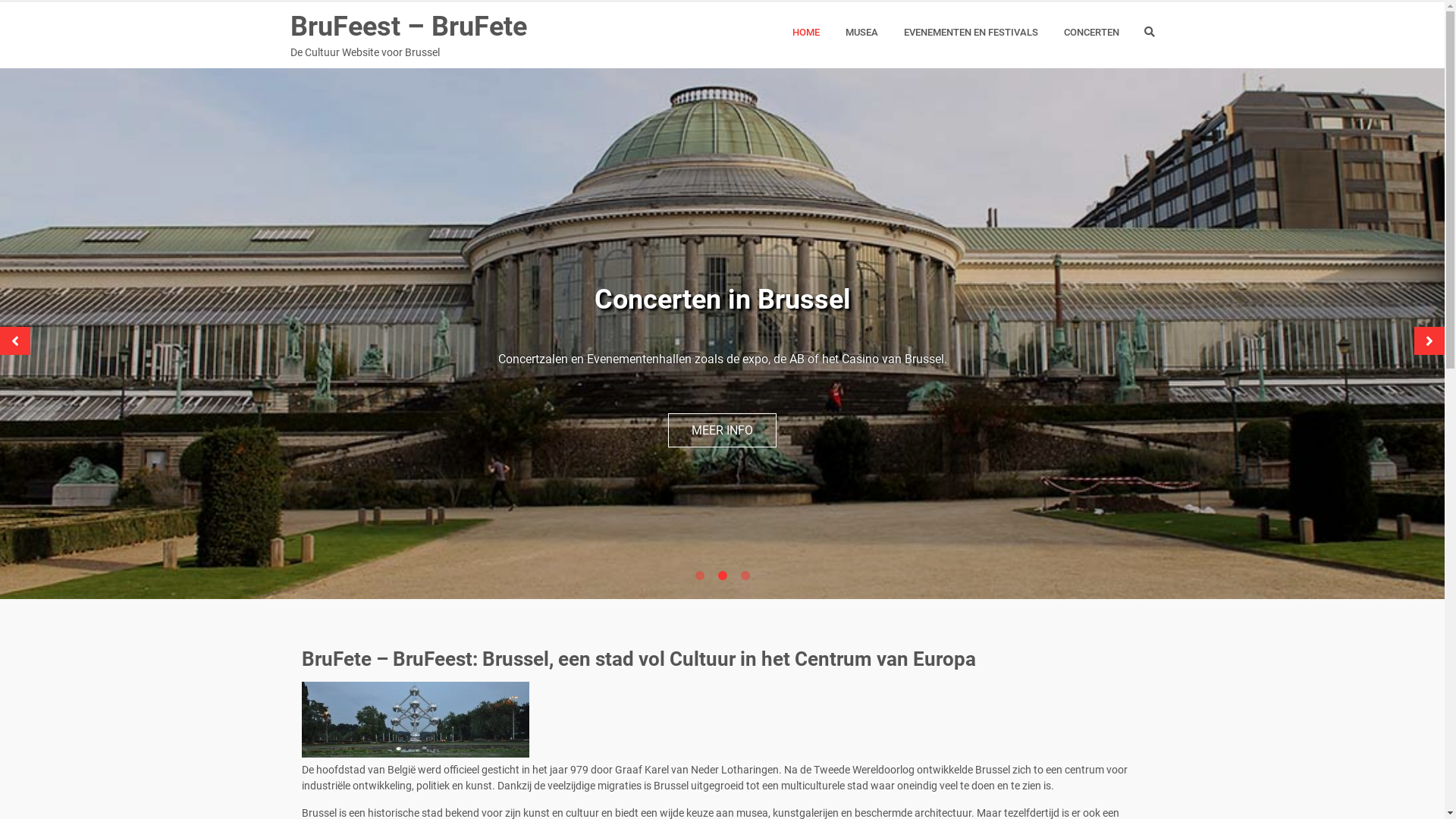 Image resolution: width=1456 pixels, height=819 pixels. I want to click on 'Next', so click(1429, 341).